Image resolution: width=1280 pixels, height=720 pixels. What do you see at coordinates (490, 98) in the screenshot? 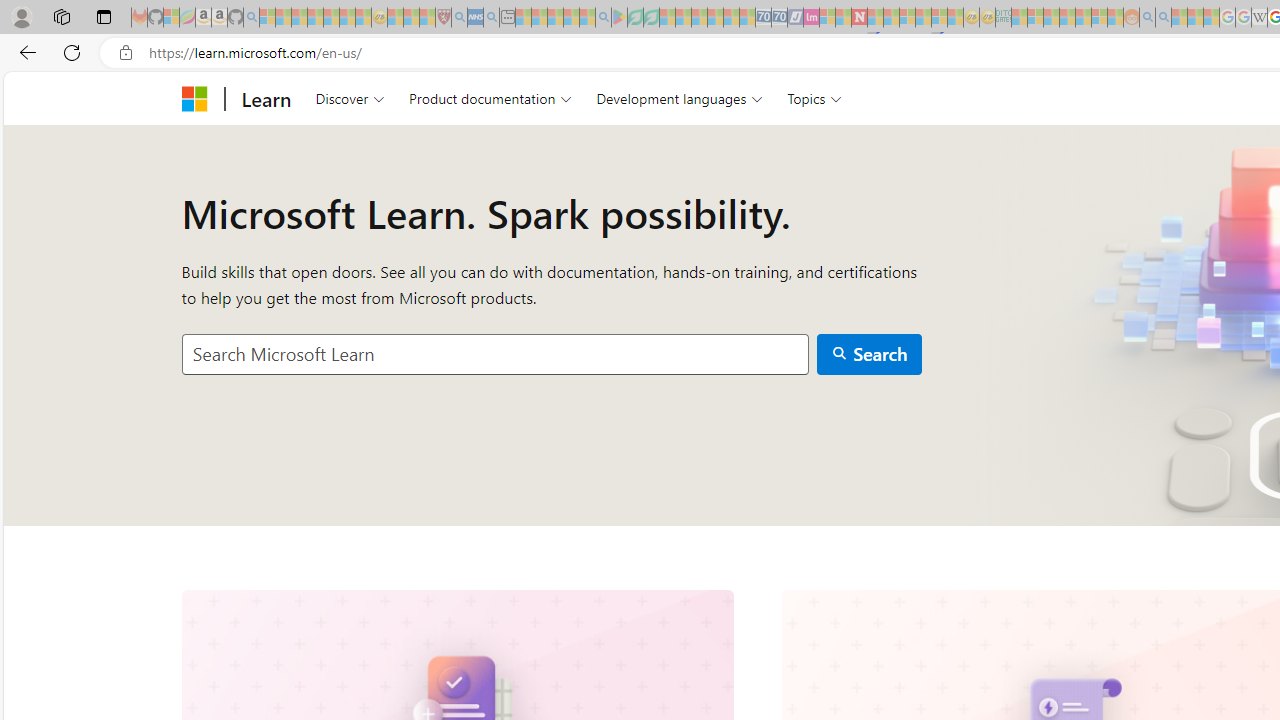
I see `'Product documentation'` at bounding box center [490, 98].